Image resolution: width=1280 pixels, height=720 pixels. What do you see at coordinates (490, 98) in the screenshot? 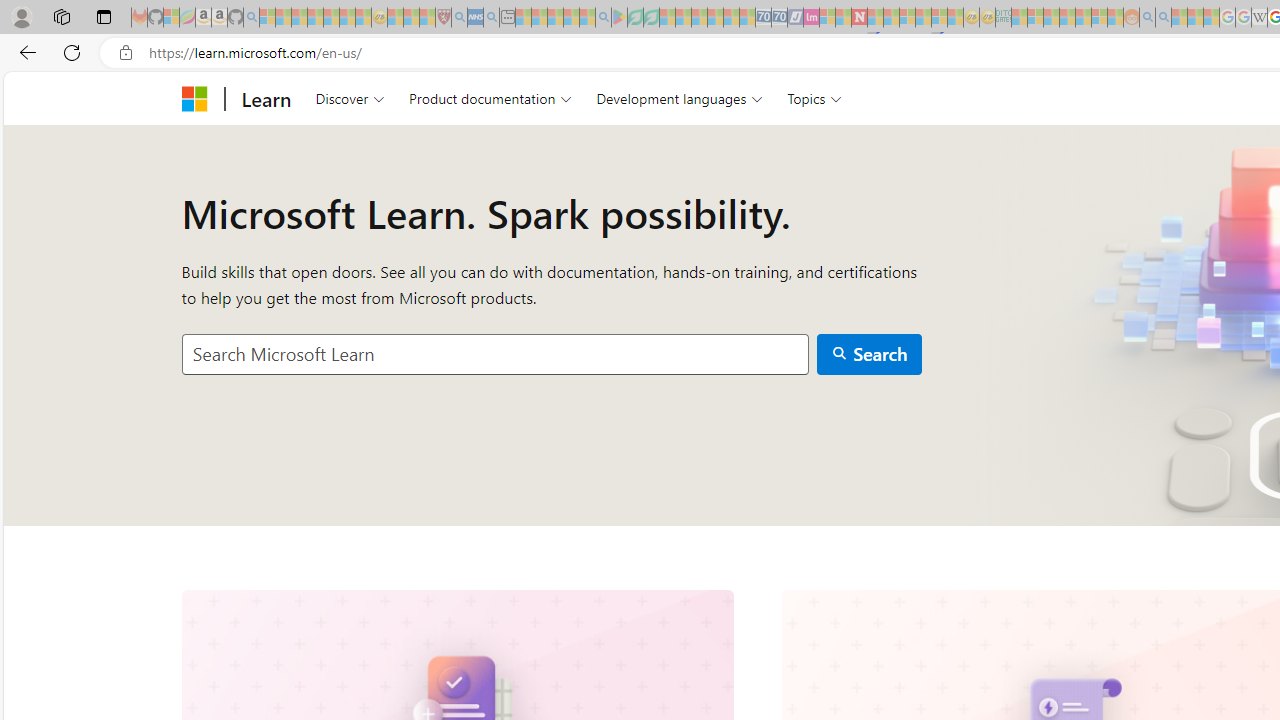
I see `'Product documentation'` at bounding box center [490, 98].